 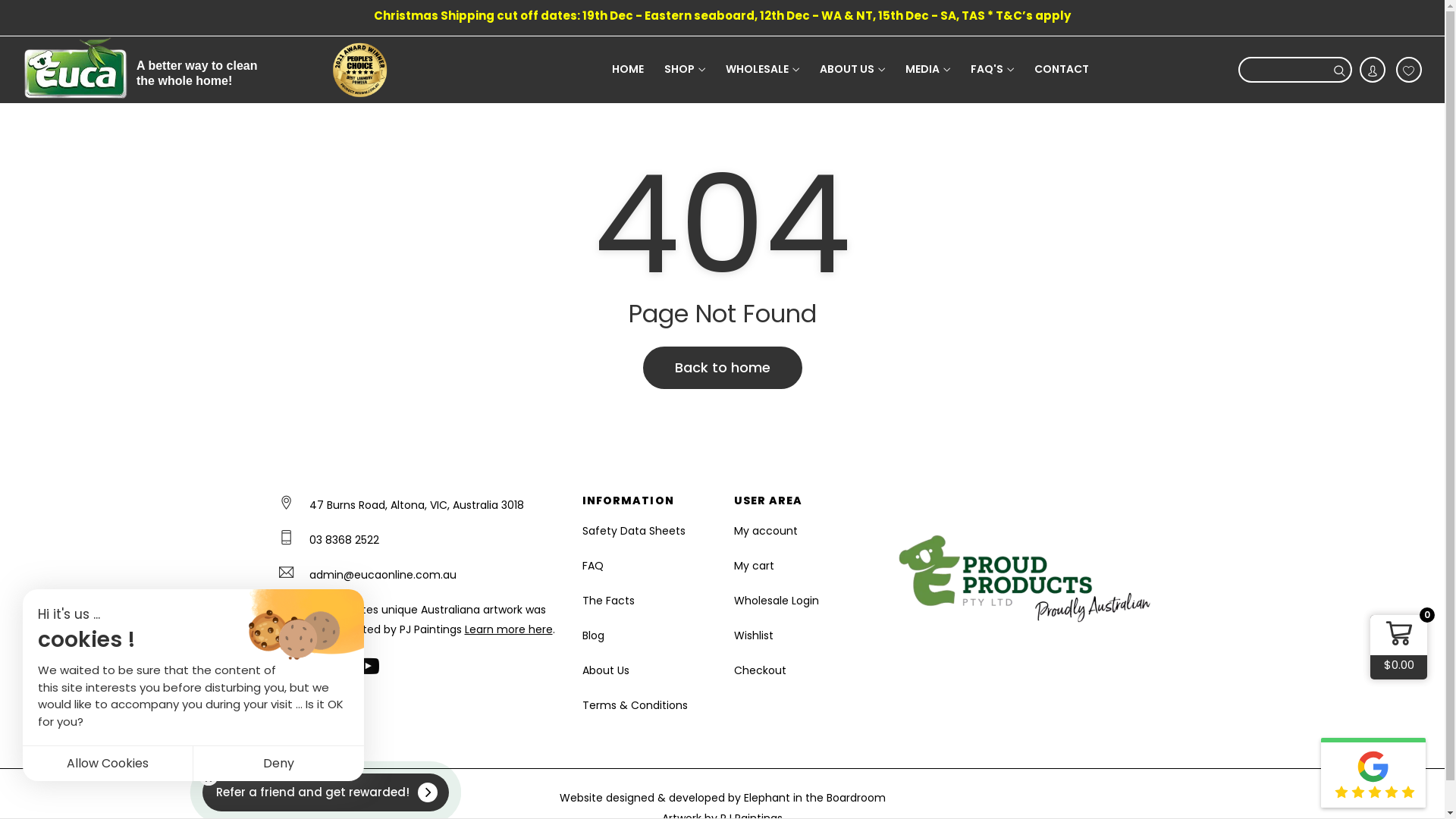 I want to click on 'Blog', so click(x=647, y=635).